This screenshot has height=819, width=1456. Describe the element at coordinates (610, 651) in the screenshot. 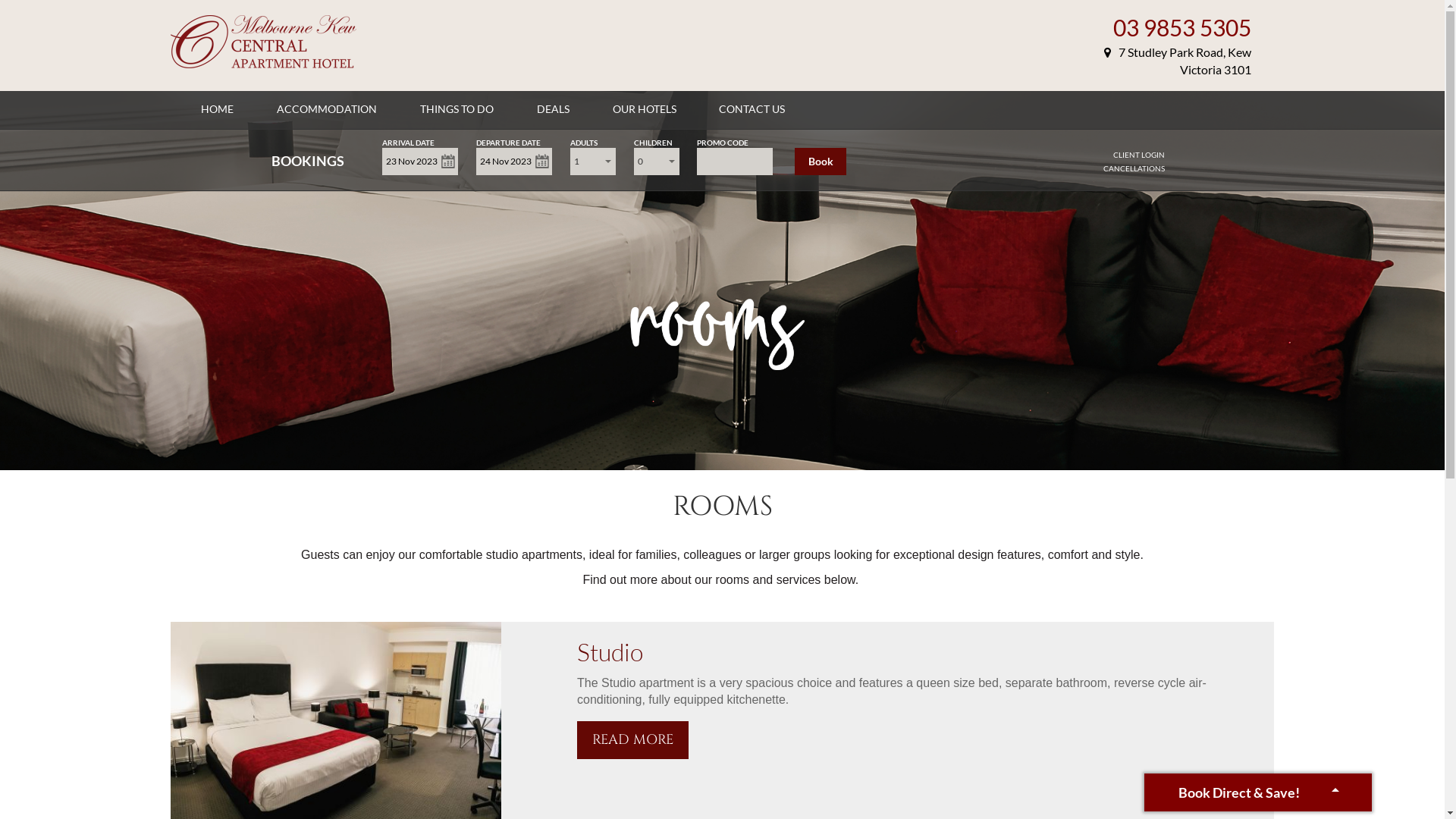

I see `'Studio'` at that location.